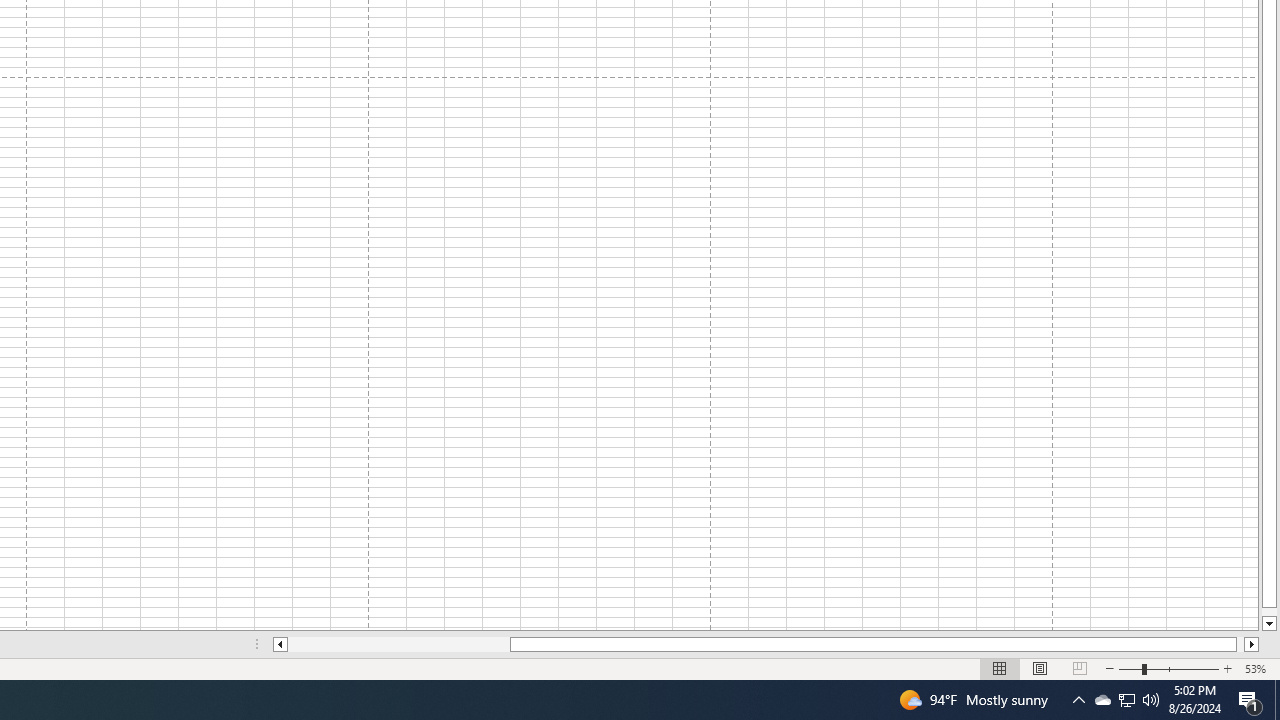 Image resolution: width=1280 pixels, height=720 pixels. What do you see at coordinates (1078, 669) in the screenshot?
I see `'Page Break Preview'` at bounding box center [1078, 669].